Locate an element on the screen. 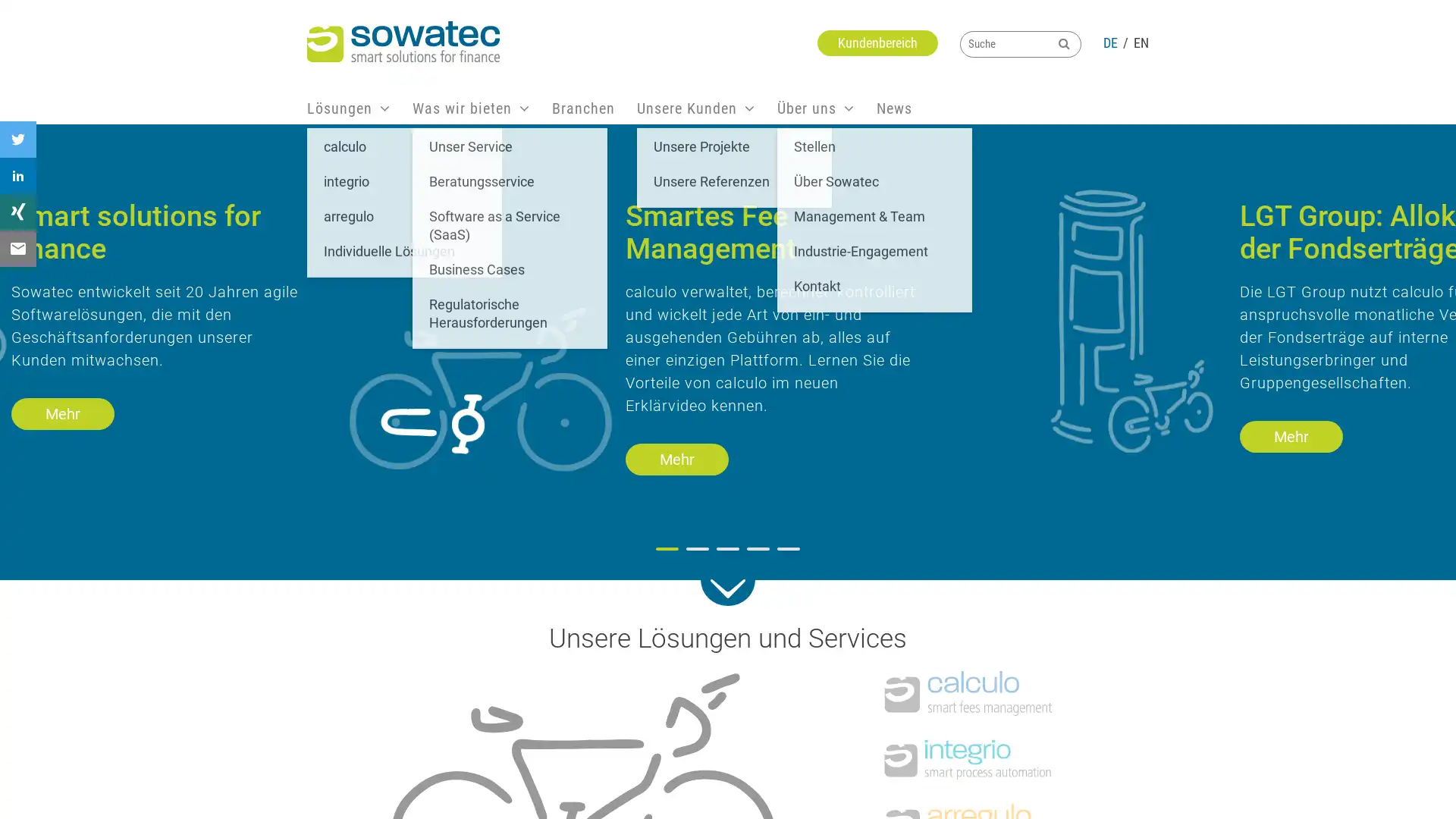  Search is located at coordinates (1063, 42).